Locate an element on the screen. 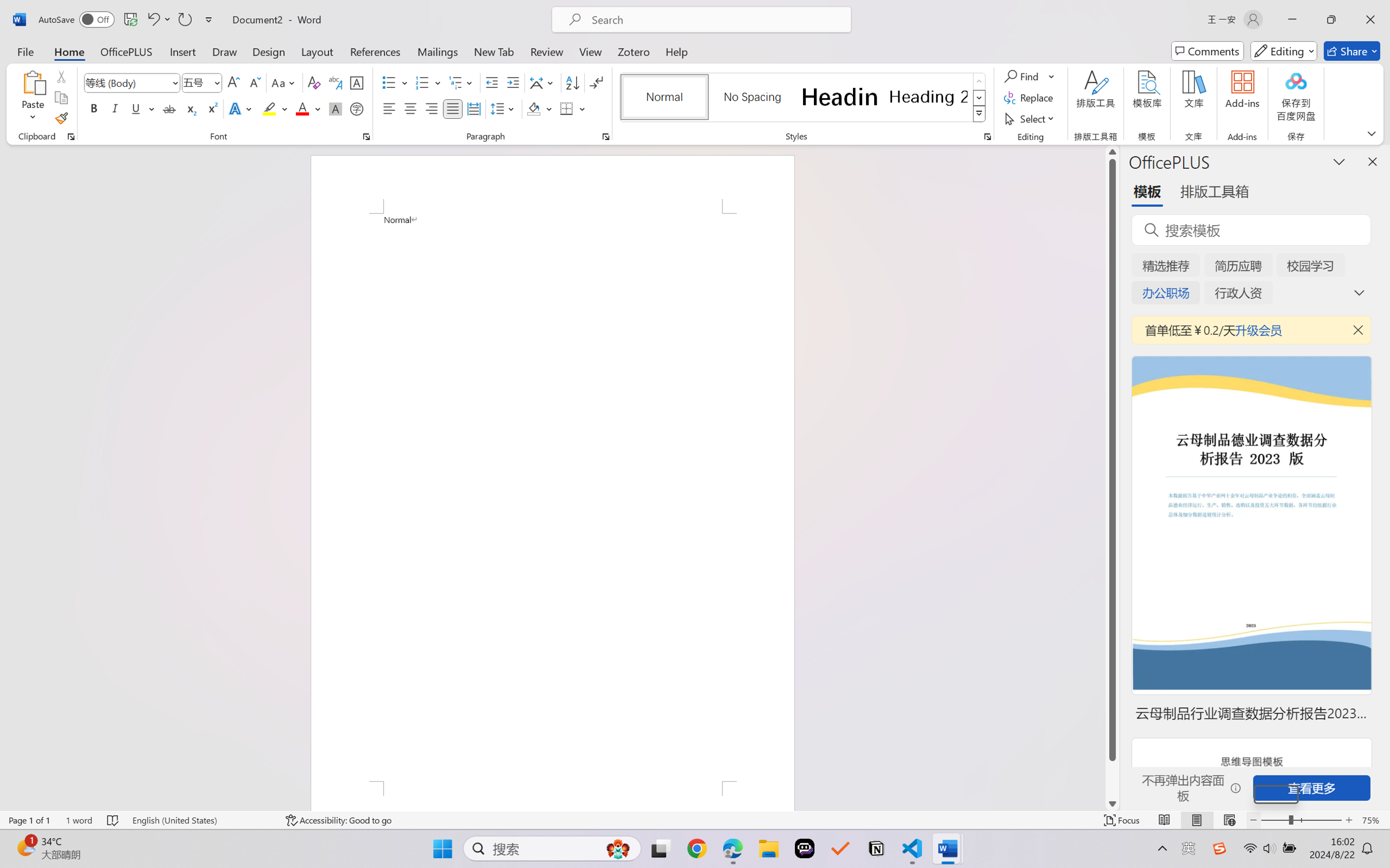  'Restore Down' is located at coordinates (1331, 19).